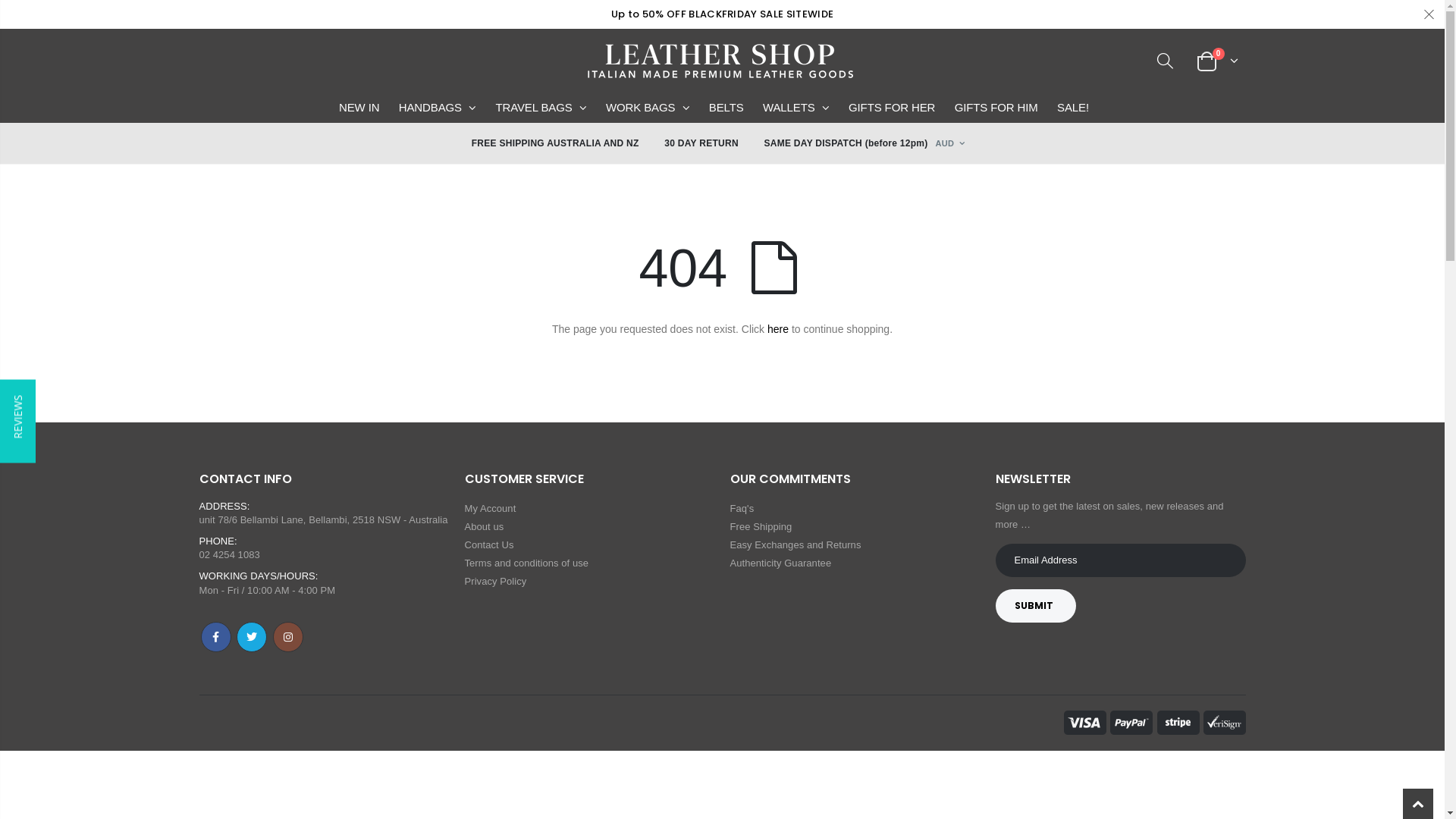  Describe the element at coordinates (490, 508) in the screenshot. I see `'My Account'` at that location.